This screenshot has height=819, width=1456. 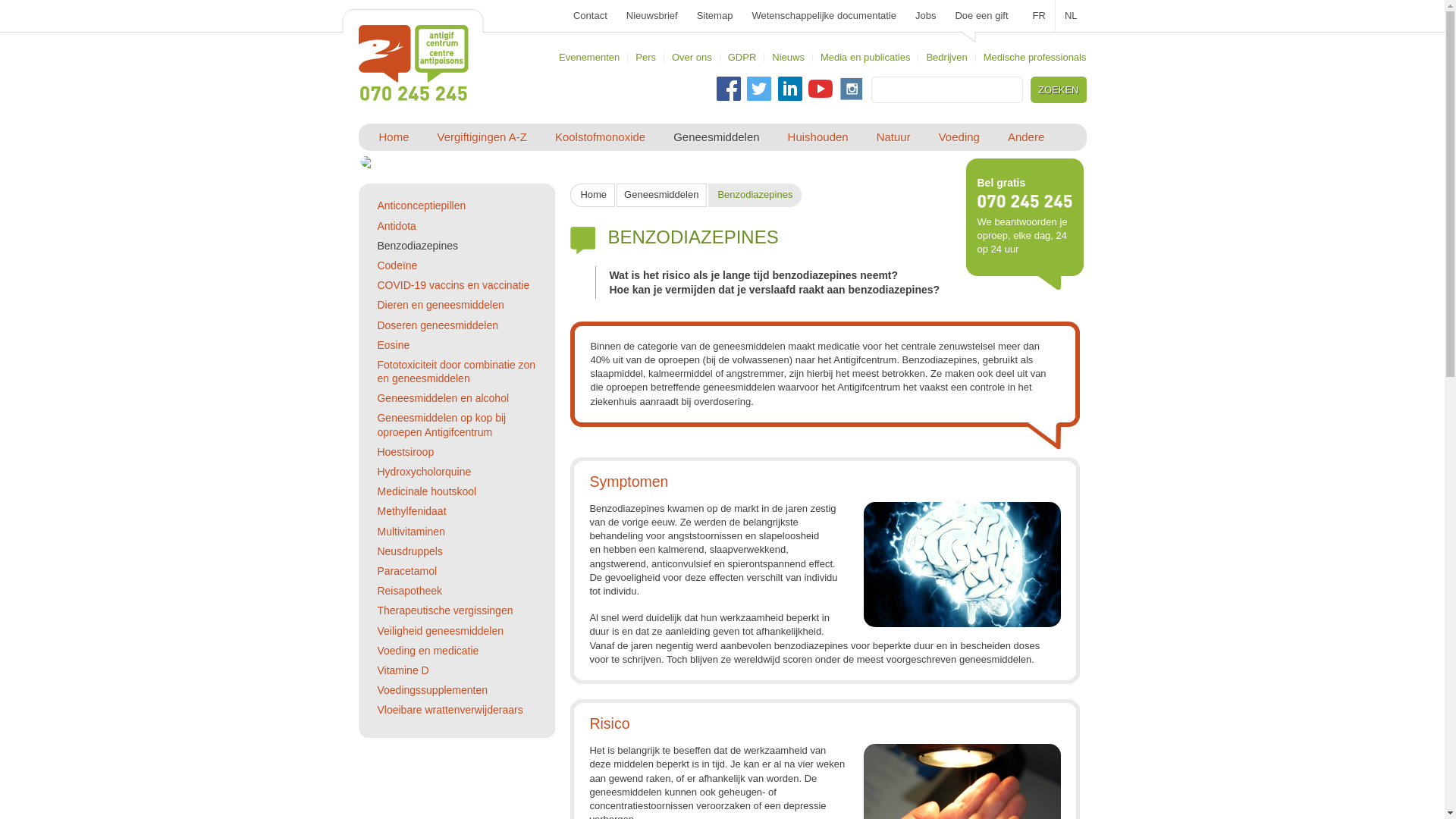 I want to click on 'Geneesmiddelen en alcohol', so click(x=442, y=397).